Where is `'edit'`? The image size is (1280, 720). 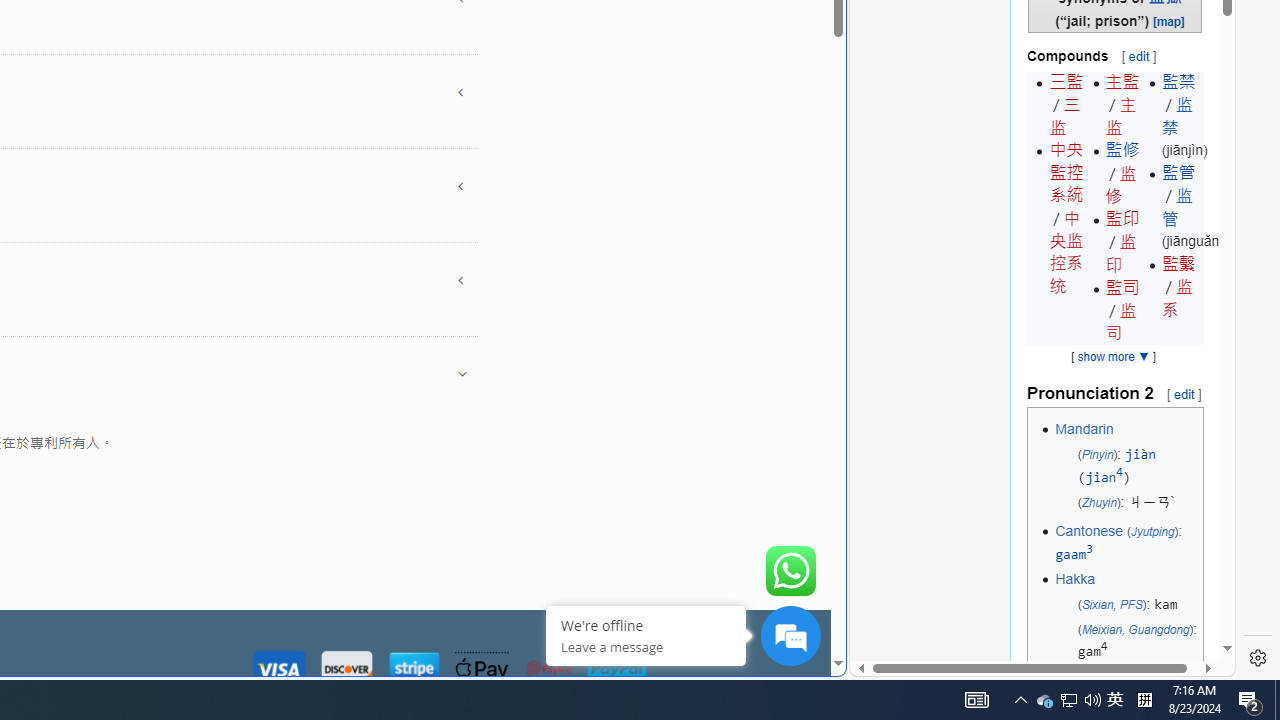
'edit' is located at coordinates (1184, 393).